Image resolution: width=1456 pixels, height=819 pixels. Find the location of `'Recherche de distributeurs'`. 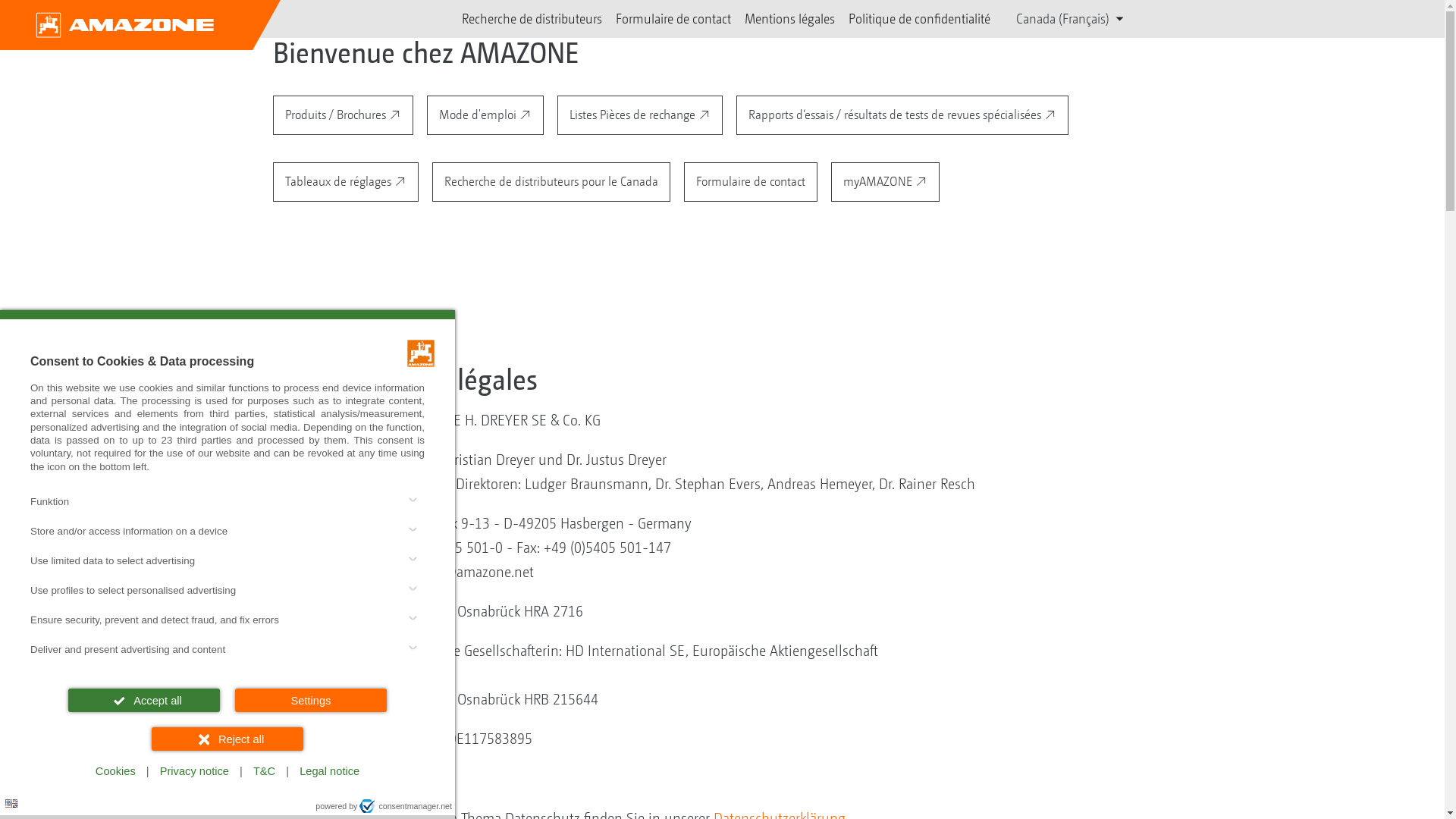

'Recherche de distributeurs' is located at coordinates (532, 18).